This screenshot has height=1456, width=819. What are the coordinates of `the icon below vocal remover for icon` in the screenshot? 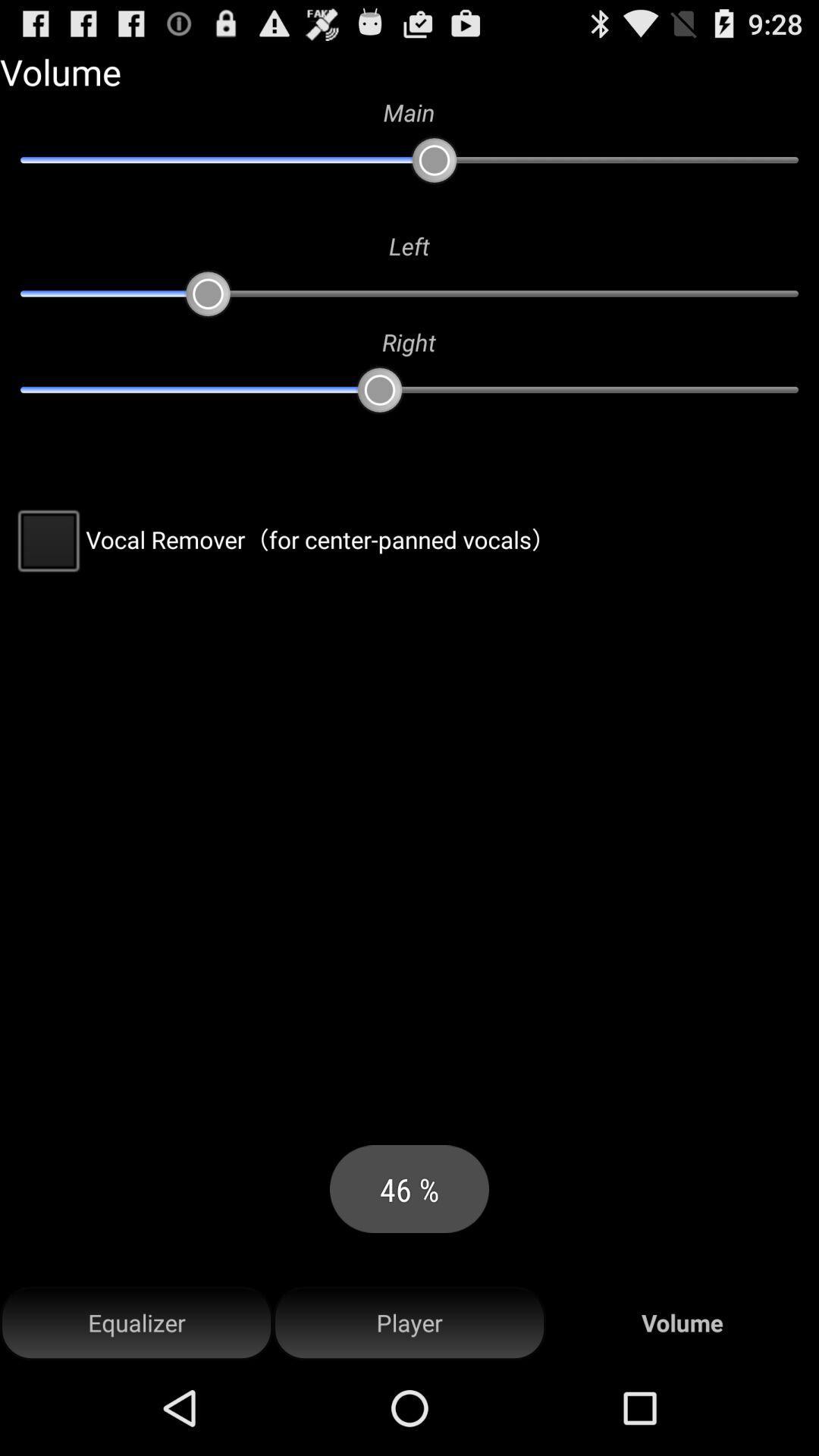 It's located at (409, 1323).